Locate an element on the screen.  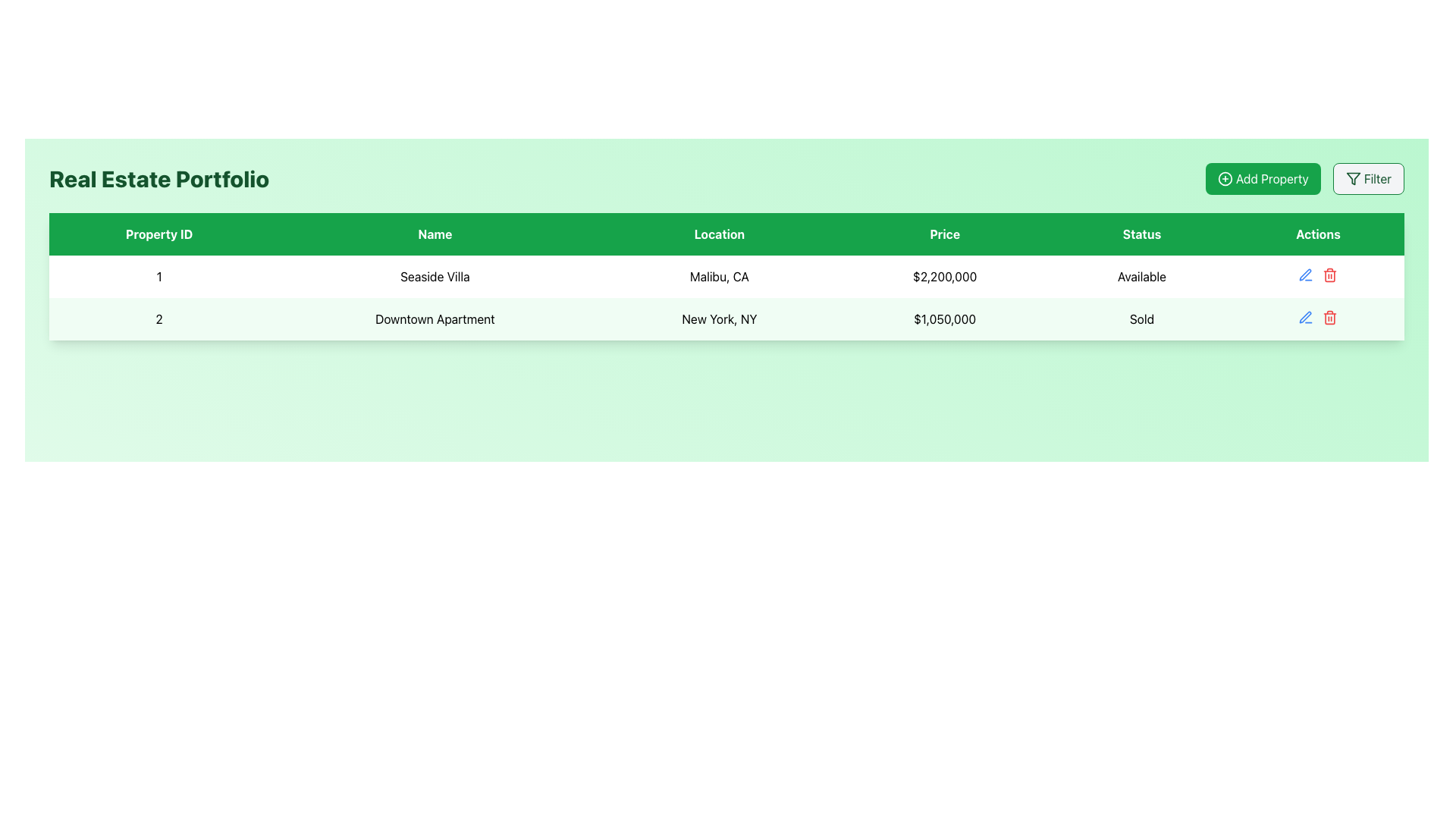
the filter funnel icon, which is styled with a green stroke and located to the left of the 'Filter' text within a rounded button at the top-right section of the interface is located at coordinates (1353, 177).